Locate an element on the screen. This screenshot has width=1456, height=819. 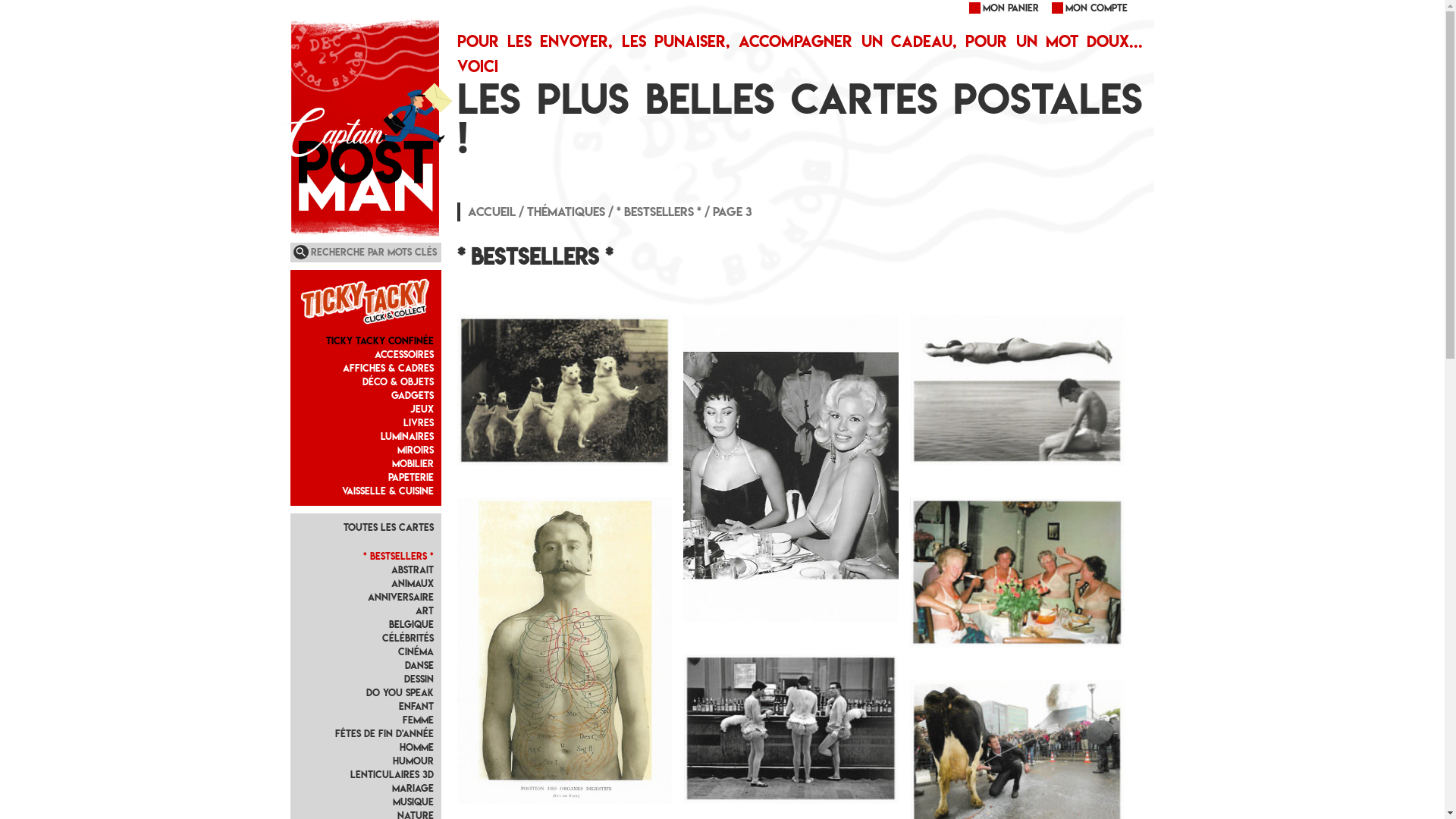
'Toutes les cartes' is located at coordinates (388, 526).